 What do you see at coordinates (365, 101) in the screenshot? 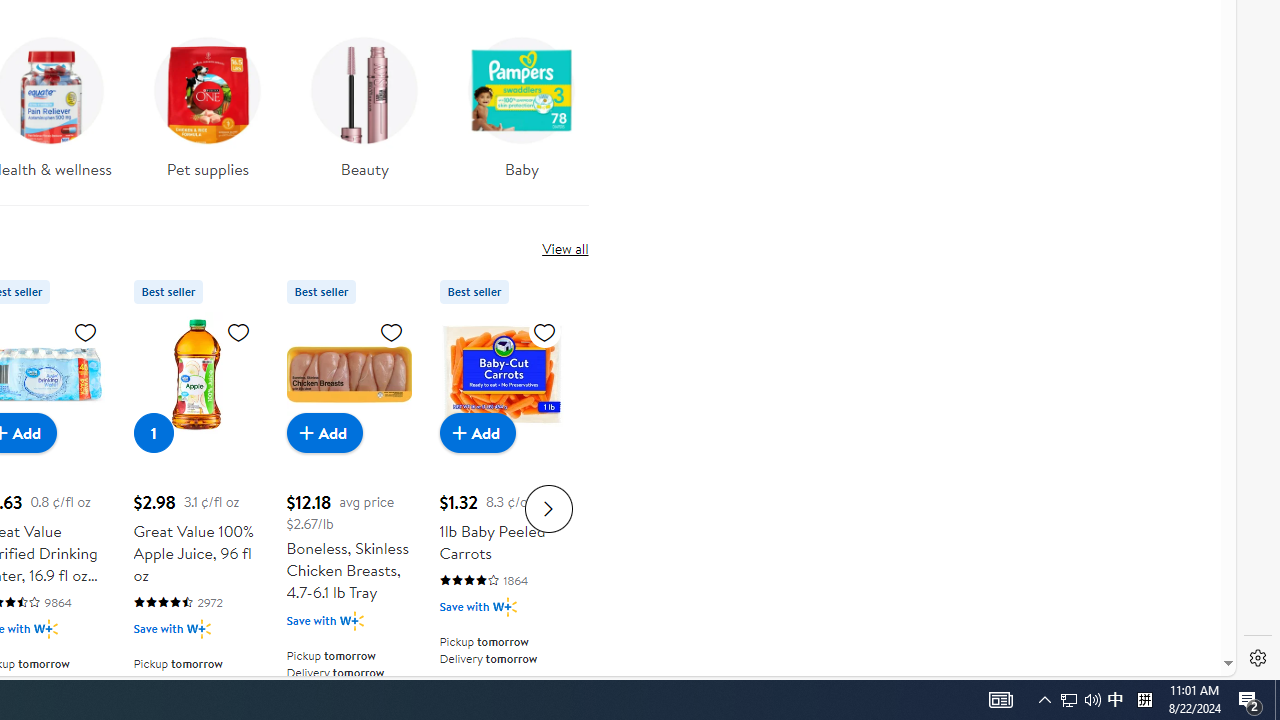
I see `'Beauty'` at bounding box center [365, 101].